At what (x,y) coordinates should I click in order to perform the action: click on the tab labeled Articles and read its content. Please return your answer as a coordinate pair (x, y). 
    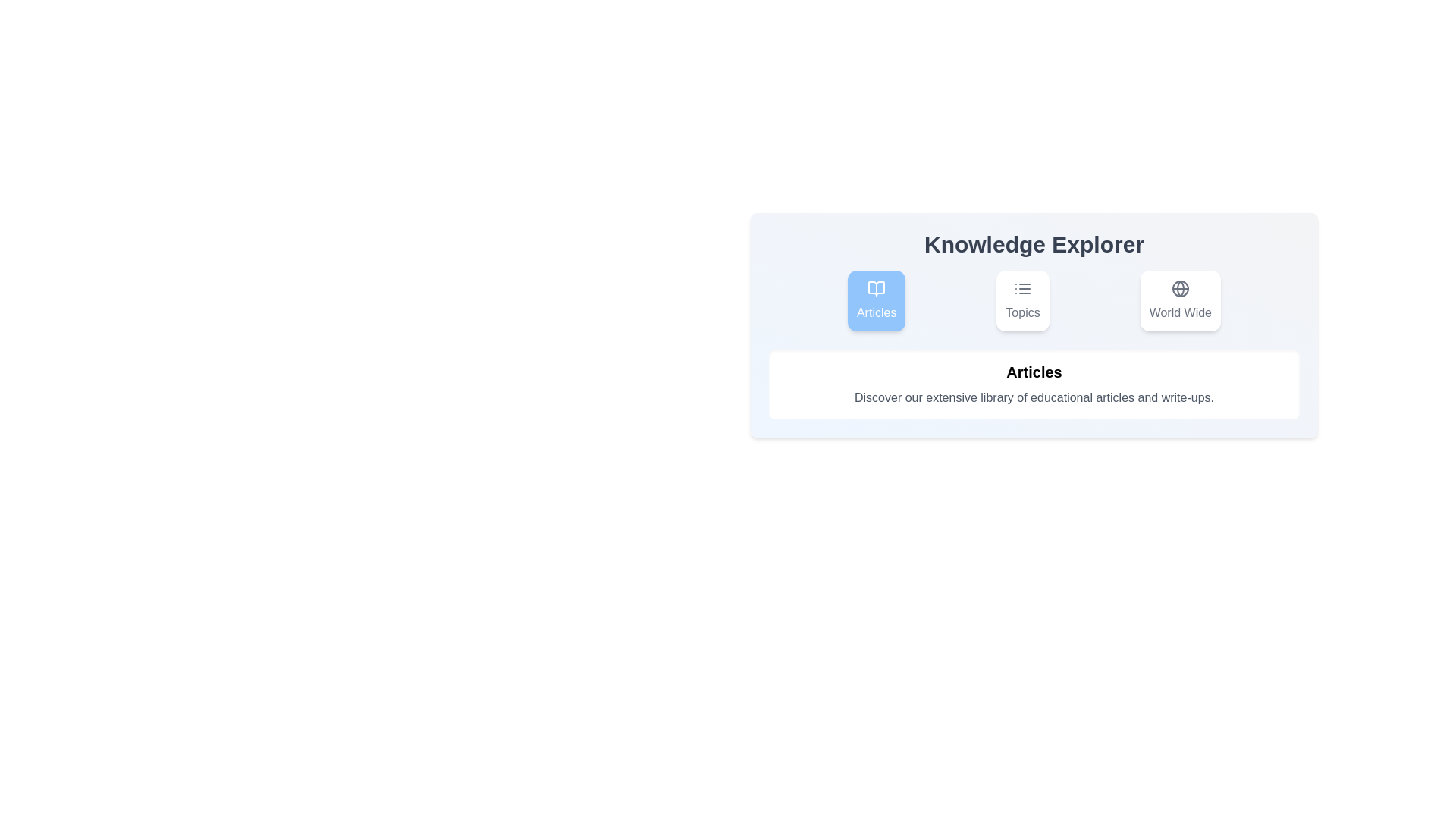
    Looking at the image, I should click on (877, 301).